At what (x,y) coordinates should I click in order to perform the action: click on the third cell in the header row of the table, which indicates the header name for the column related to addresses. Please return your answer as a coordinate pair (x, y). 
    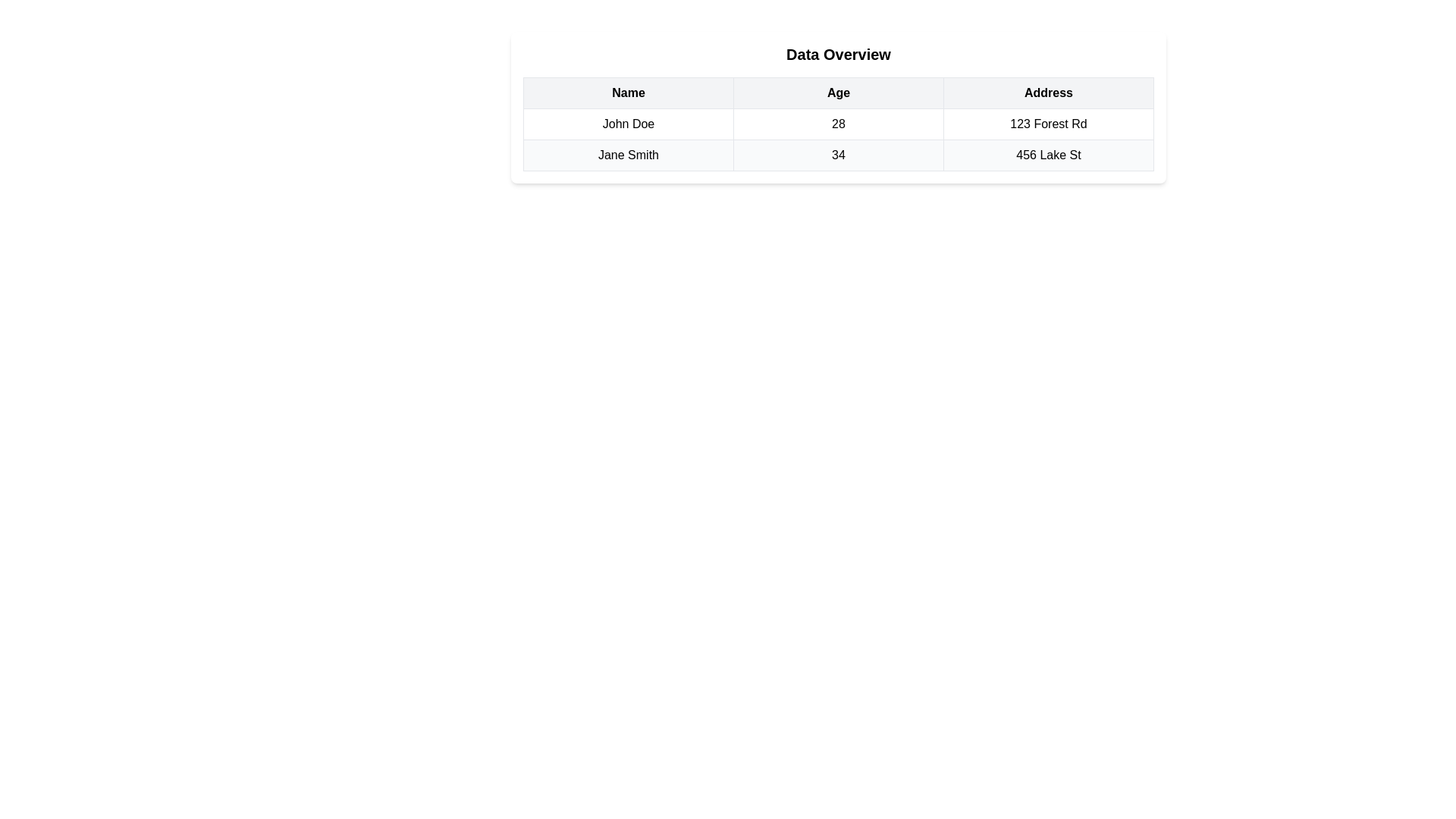
    Looking at the image, I should click on (1047, 93).